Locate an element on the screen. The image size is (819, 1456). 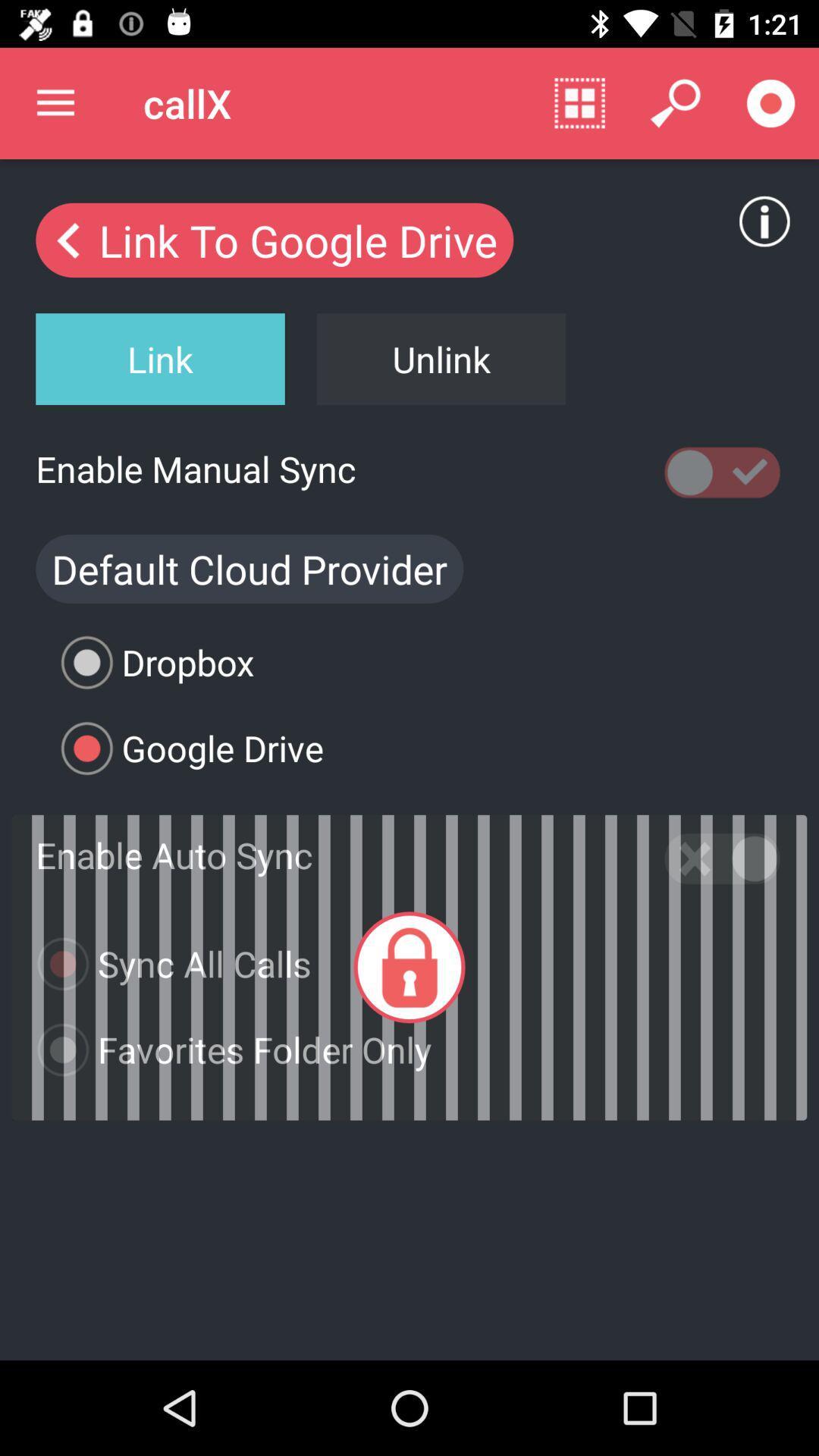
the info icon is located at coordinates (770, 206).